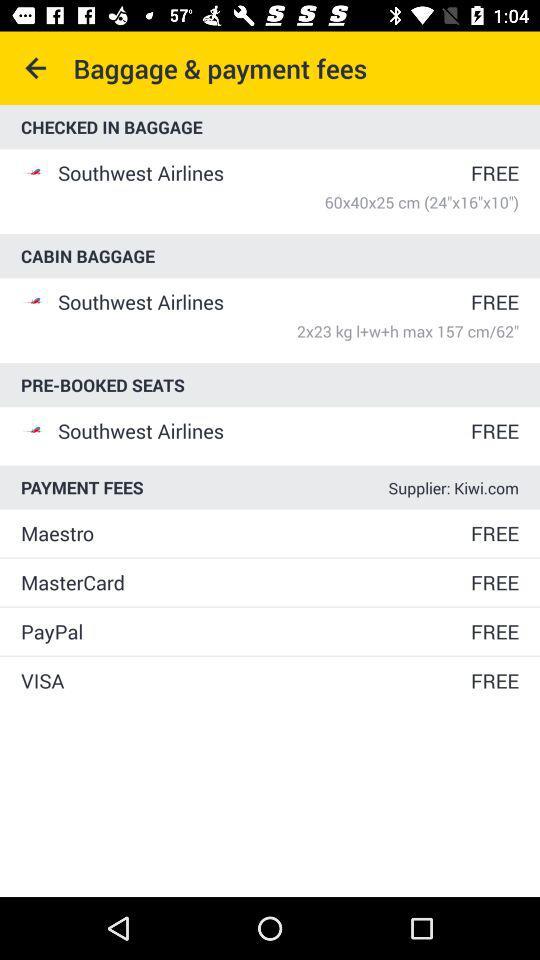 This screenshot has width=540, height=960. Describe the element at coordinates (244, 680) in the screenshot. I see `icon below paypal item` at that location.